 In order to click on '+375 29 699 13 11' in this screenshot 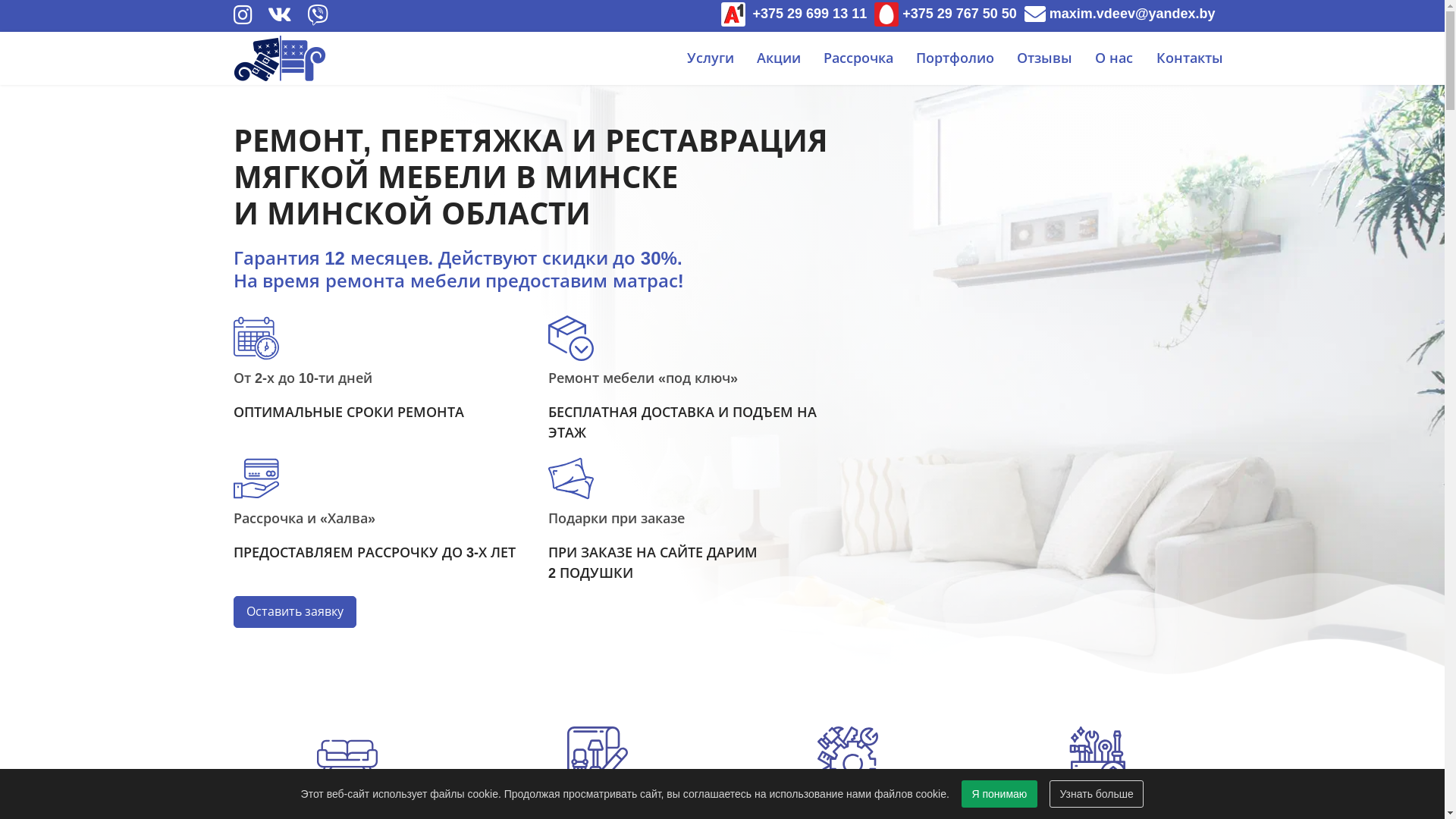, I will do `click(793, 14)`.